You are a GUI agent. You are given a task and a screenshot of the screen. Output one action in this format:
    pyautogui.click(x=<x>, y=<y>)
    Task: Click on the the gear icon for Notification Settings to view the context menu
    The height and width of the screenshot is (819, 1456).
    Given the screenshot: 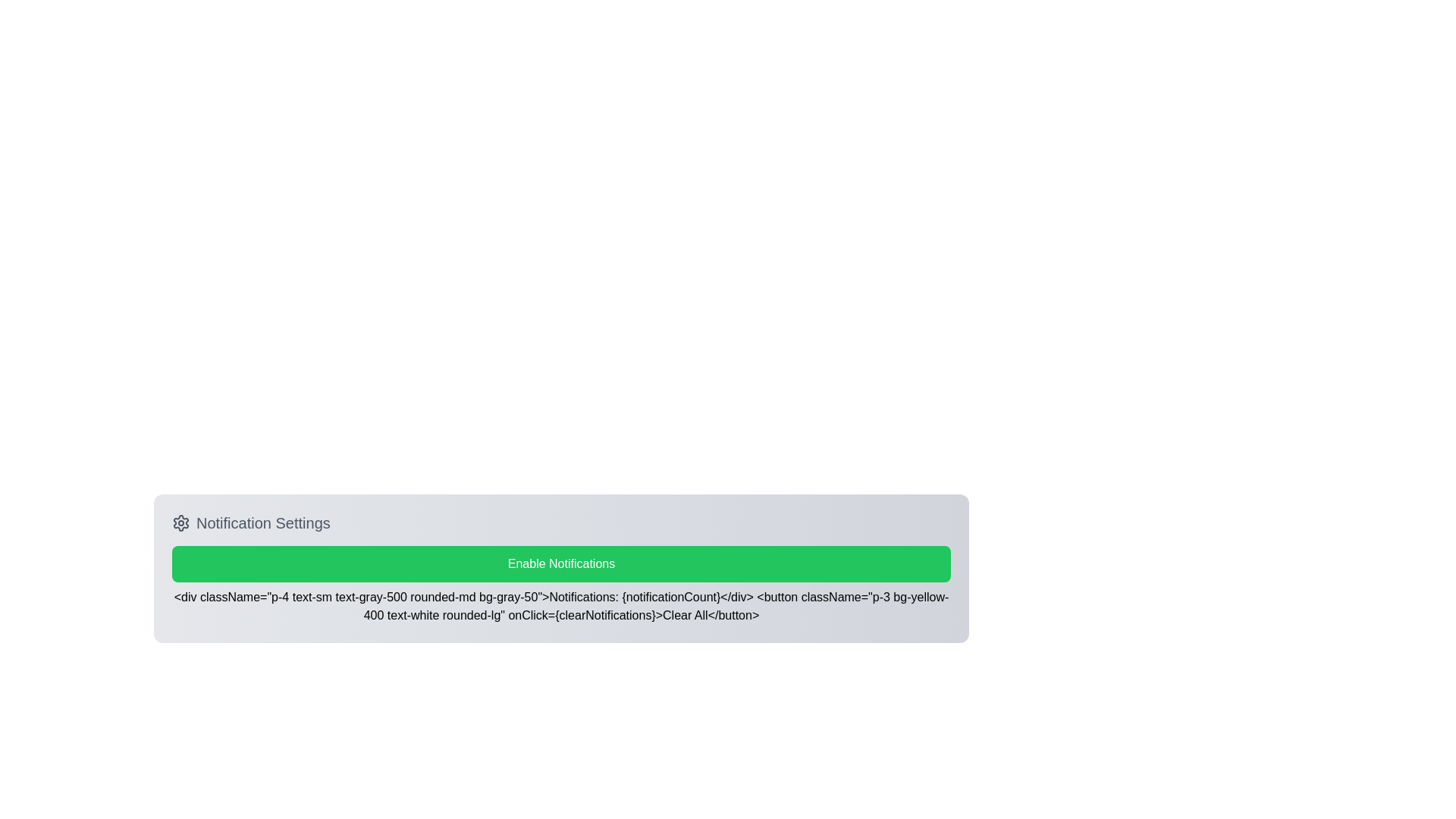 What is the action you would take?
    pyautogui.click(x=181, y=522)
    